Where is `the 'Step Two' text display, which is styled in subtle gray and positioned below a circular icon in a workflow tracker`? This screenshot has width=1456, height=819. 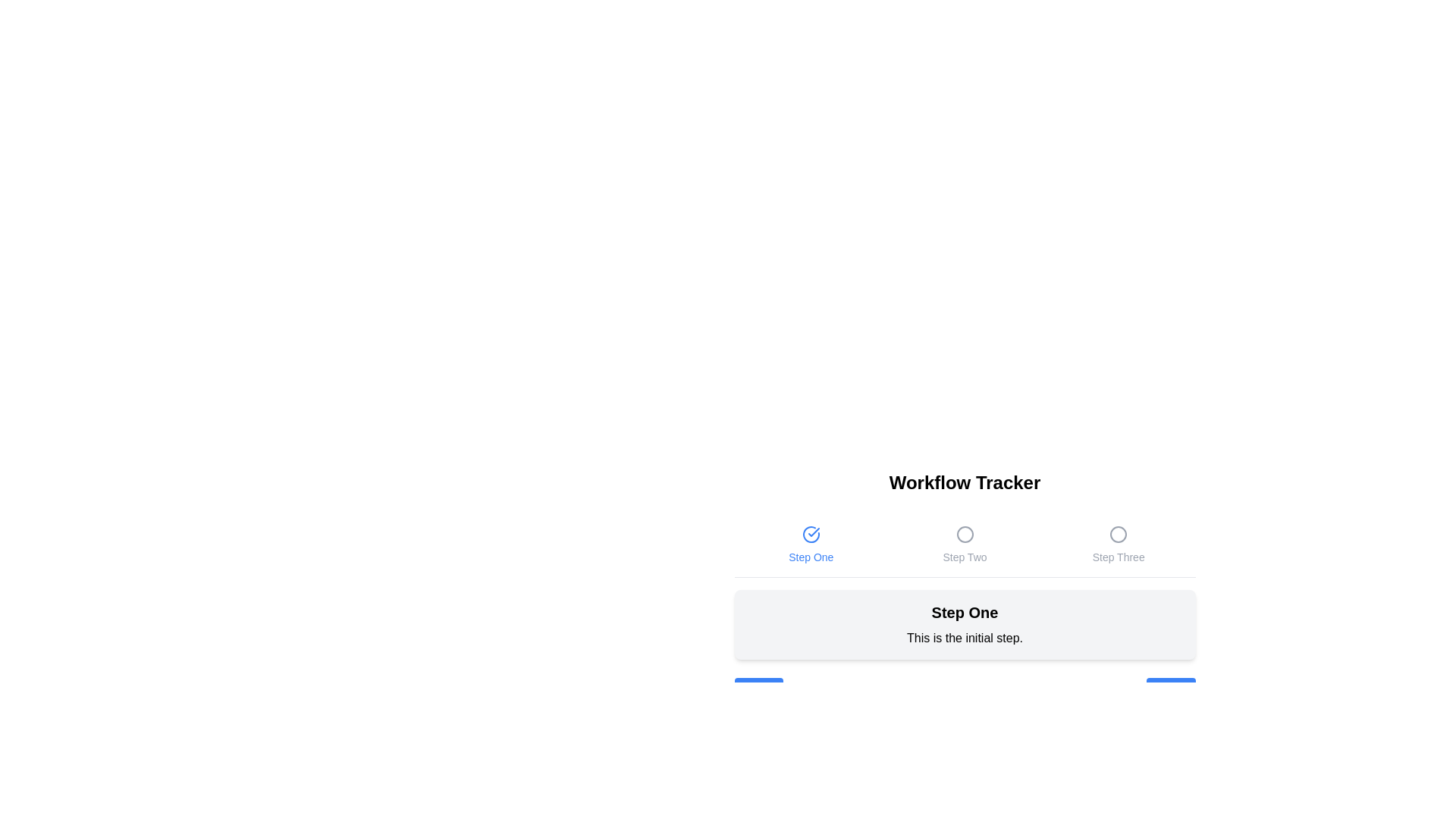 the 'Step Two' text display, which is styled in subtle gray and positioned below a circular icon in a workflow tracker is located at coordinates (964, 557).